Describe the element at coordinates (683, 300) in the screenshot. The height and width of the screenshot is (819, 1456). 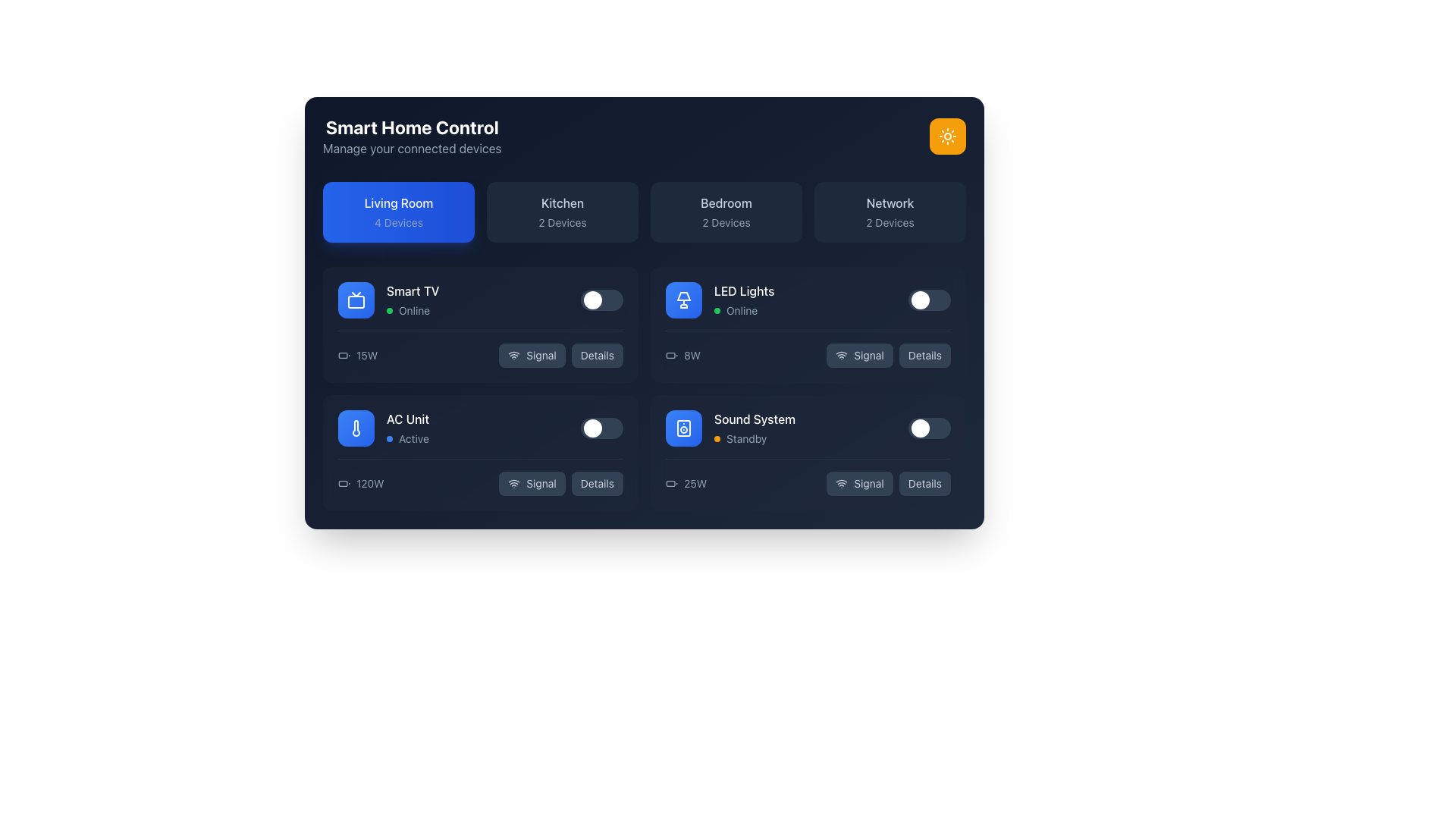
I see `the graphic button representing 'LED Lights' located in the upper-right portion of the 'Living Room' section` at that location.